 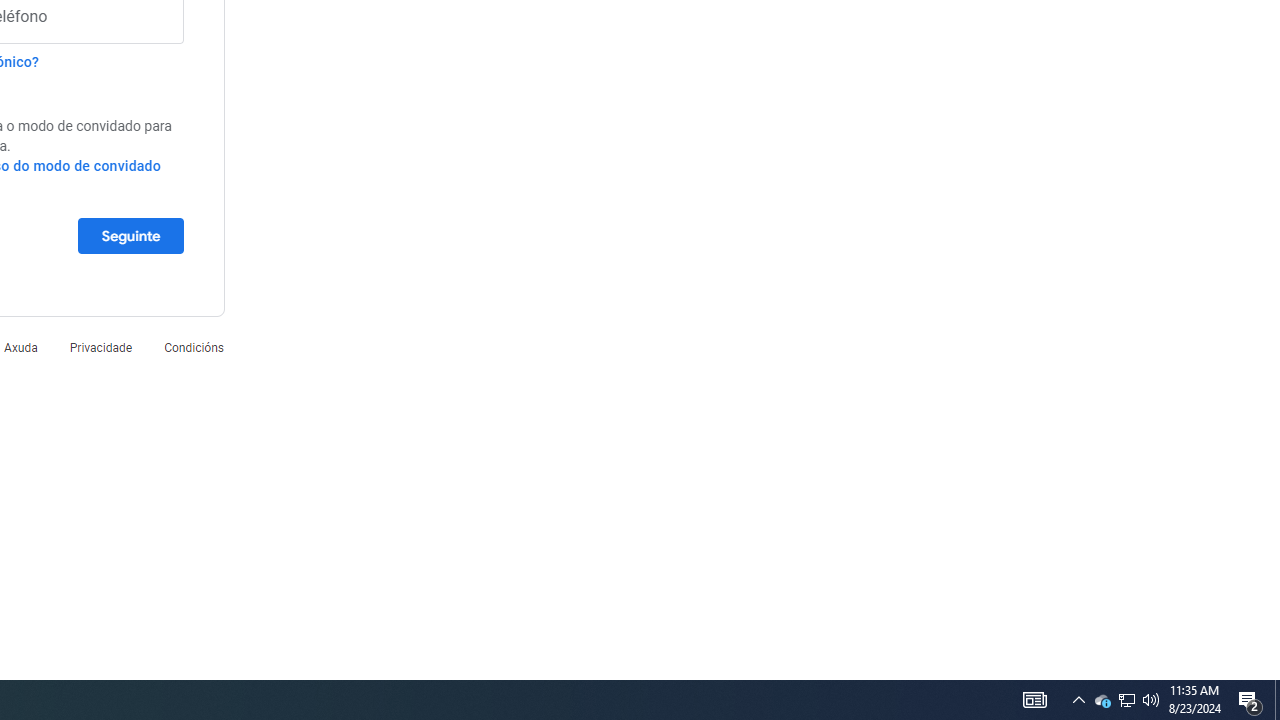 What do you see at coordinates (99, 346) in the screenshot?
I see `'Privacidade'` at bounding box center [99, 346].